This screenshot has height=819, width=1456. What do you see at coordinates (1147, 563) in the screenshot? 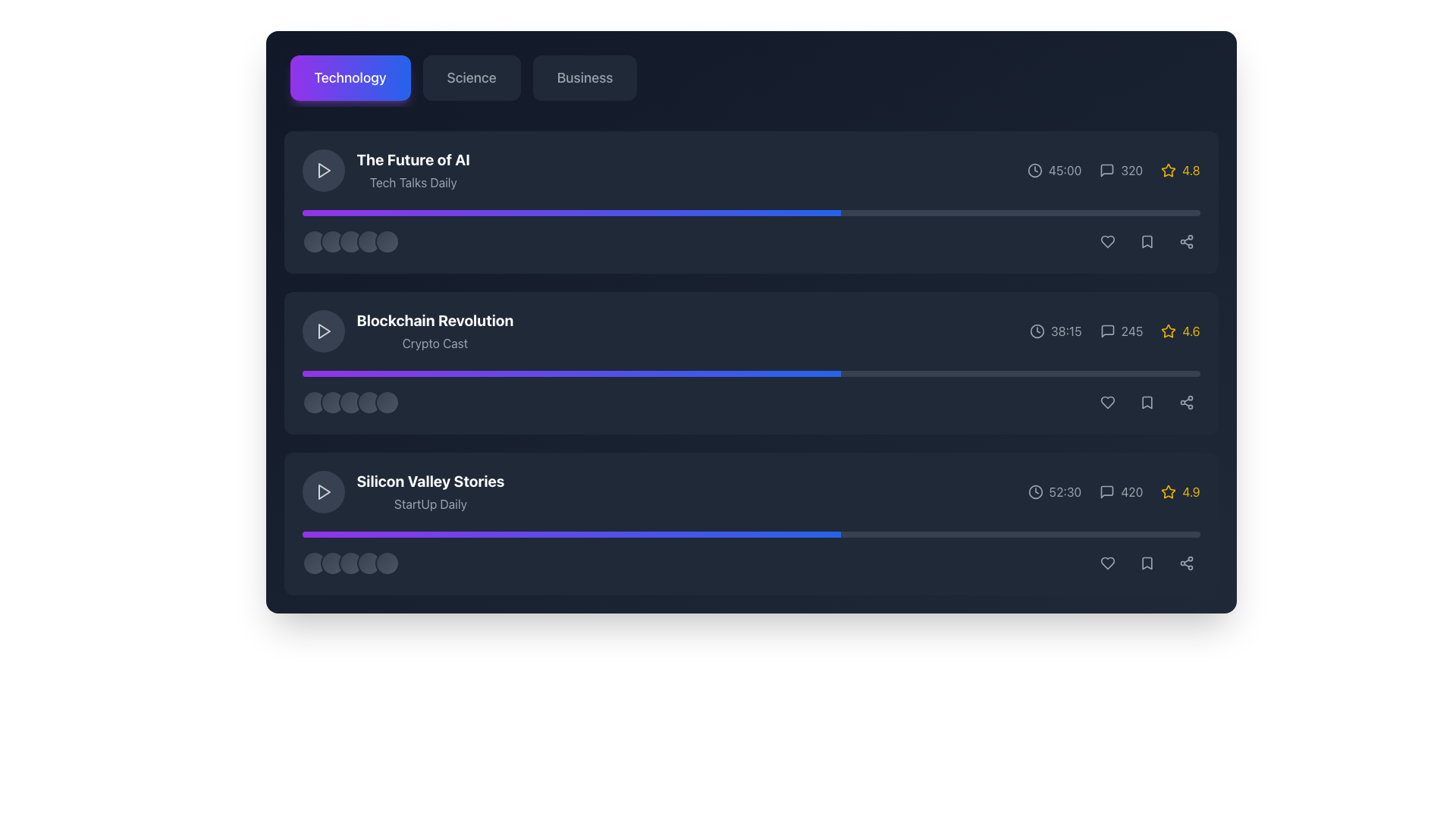
I see `the bookmark icon located on the rightmost side of the bottom row, adjacent to the heart and share icons` at bounding box center [1147, 563].